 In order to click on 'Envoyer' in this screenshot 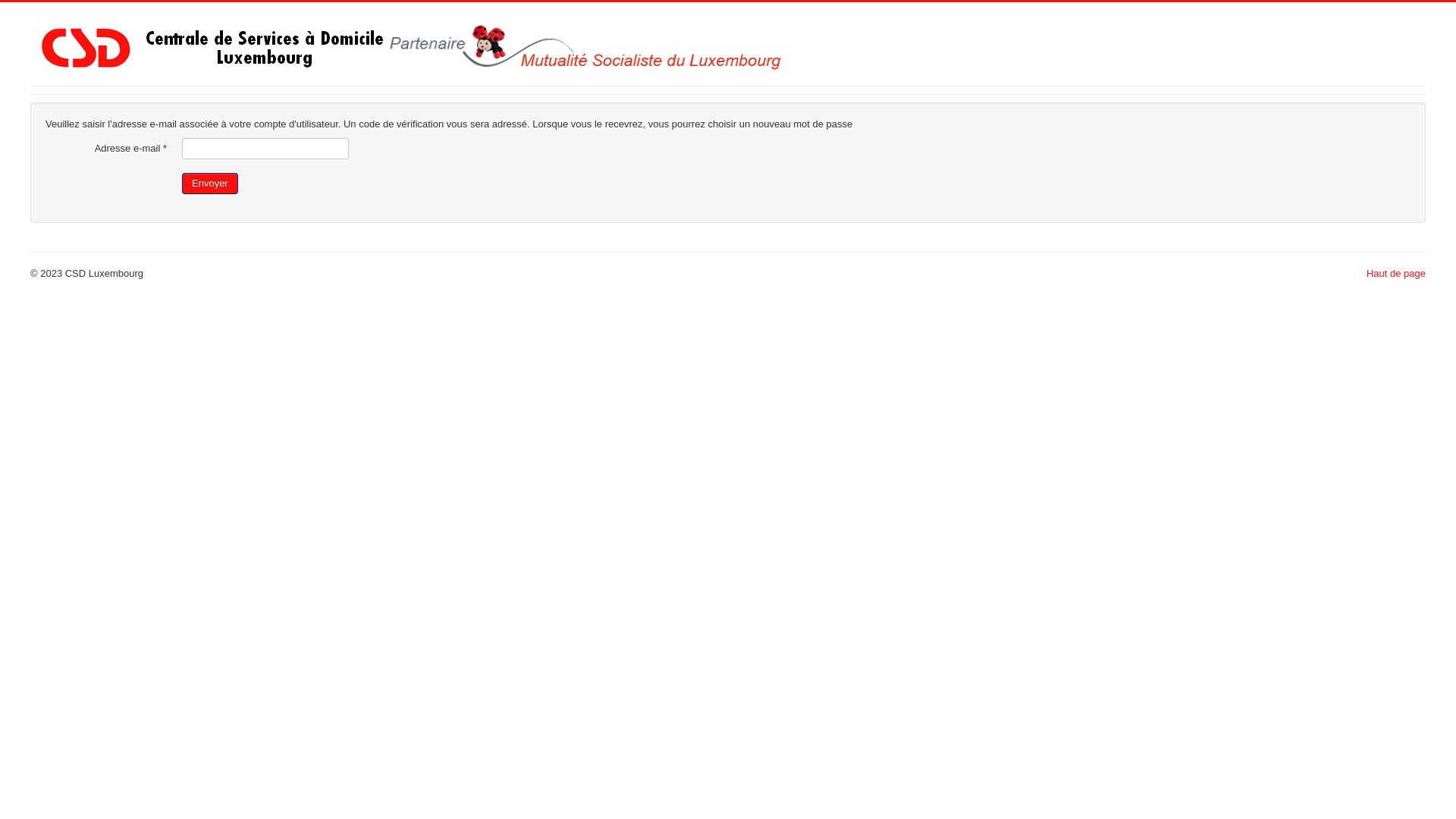, I will do `click(209, 183)`.